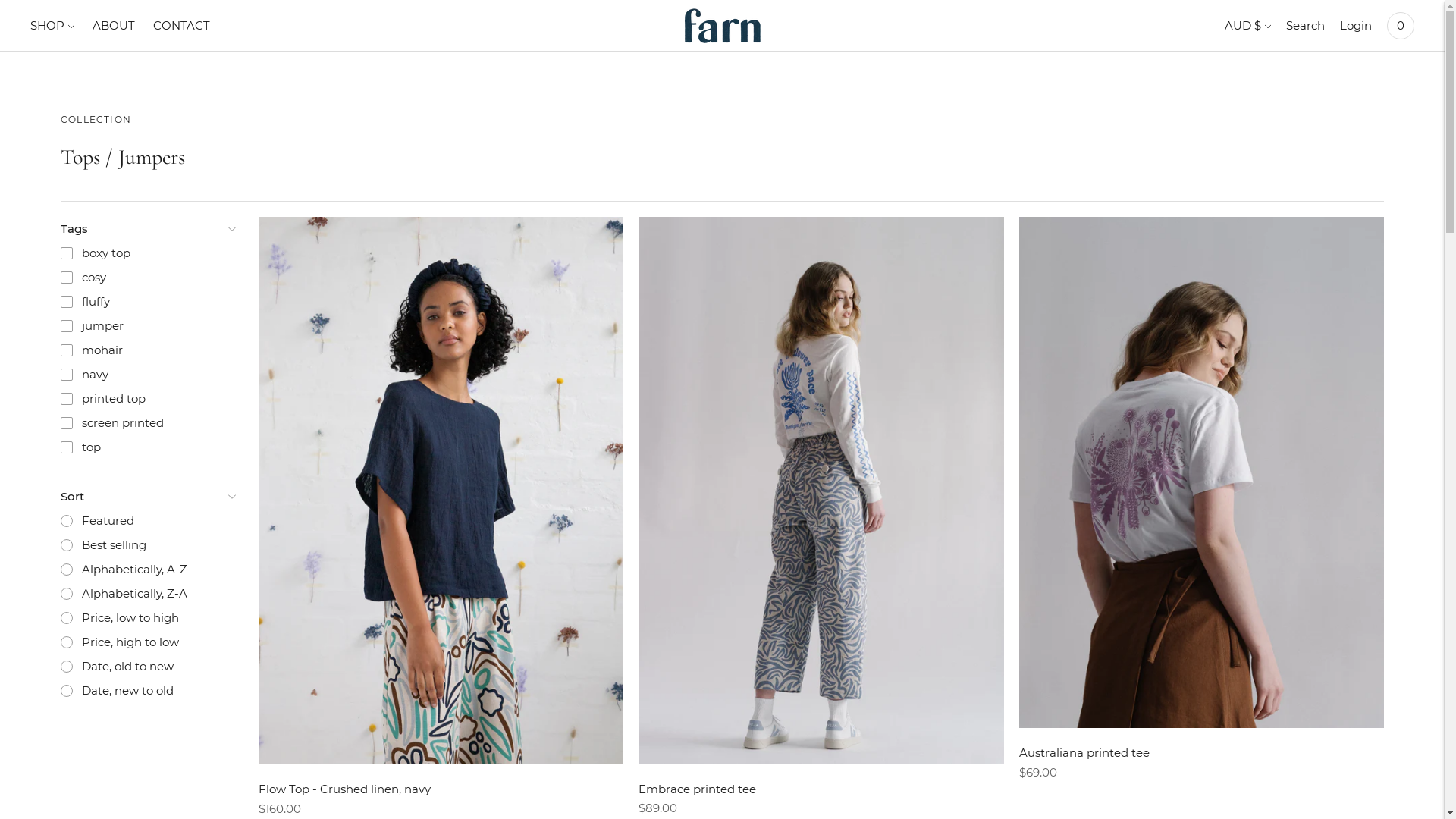 This screenshot has width=1456, height=819. What do you see at coordinates (147, 228) in the screenshot?
I see `'Tags'` at bounding box center [147, 228].